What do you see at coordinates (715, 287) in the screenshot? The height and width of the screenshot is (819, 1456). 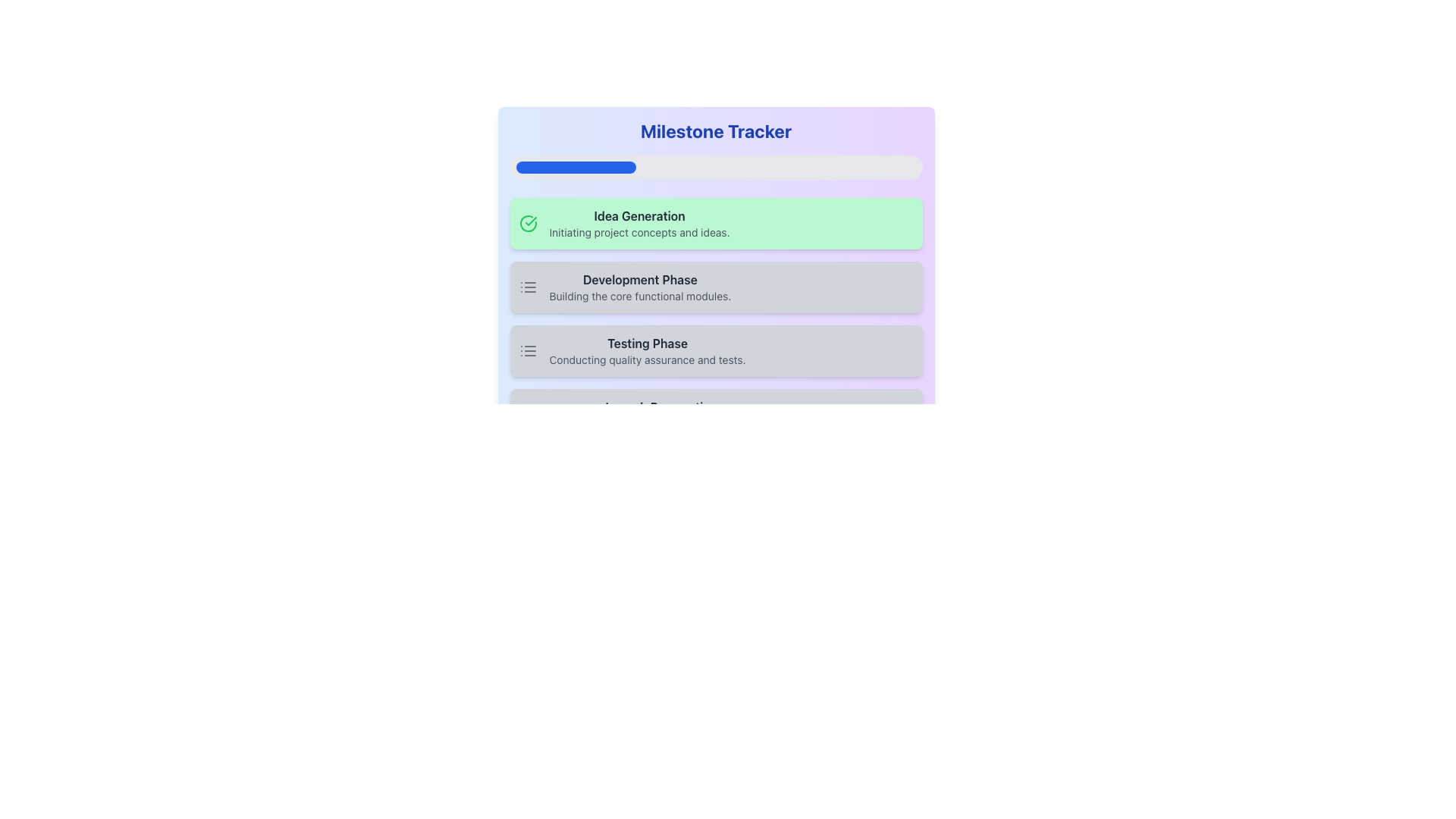 I see `description of the 'Development Phase' step indicator in the milestone tracking process, which is the second element in a vertical list, positioned below 'Idea Generation' and above 'Testing Phase'` at bounding box center [715, 287].